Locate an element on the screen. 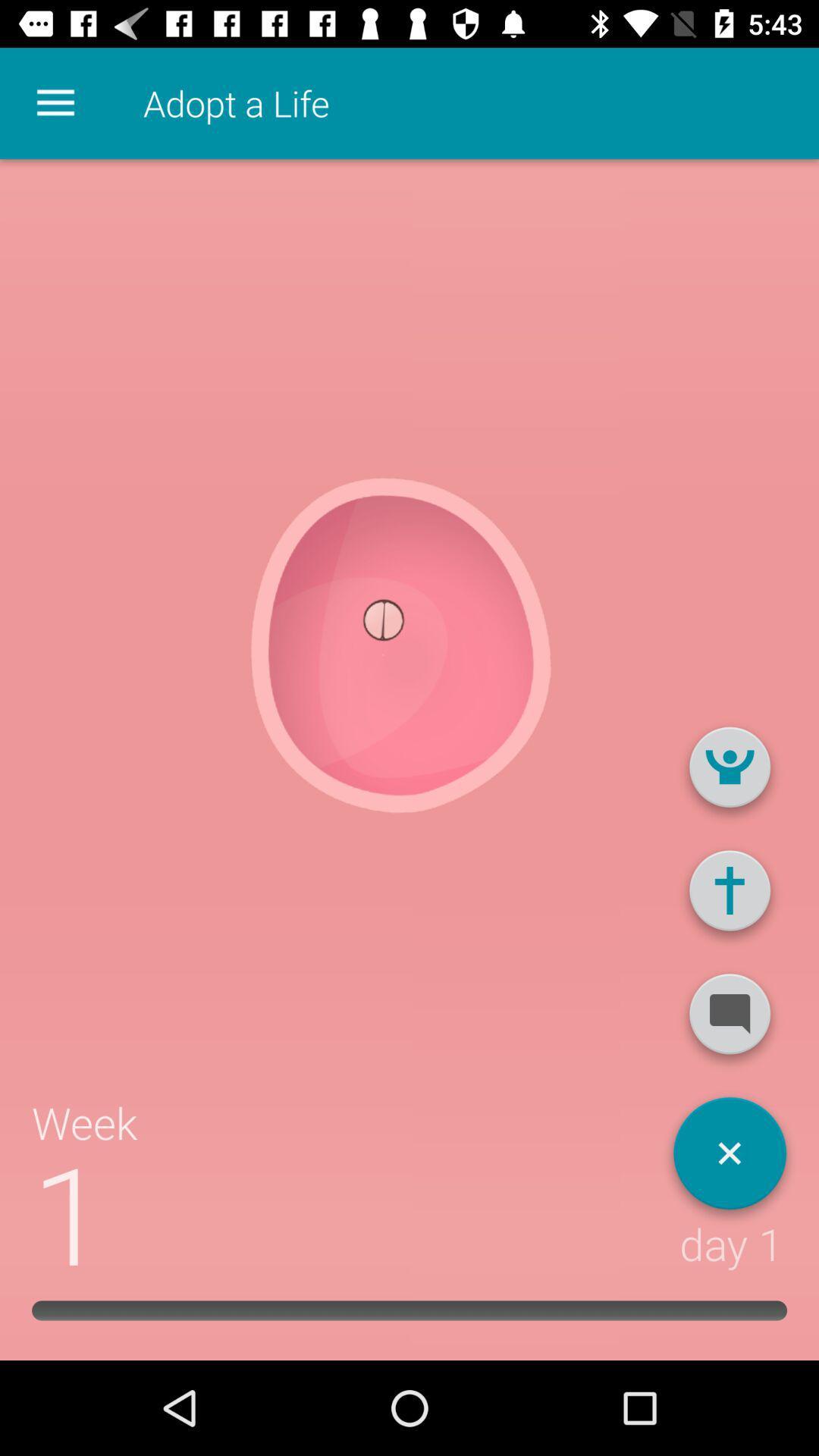 Image resolution: width=819 pixels, height=1456 pixels. app is located at coordinates (729, 1158).